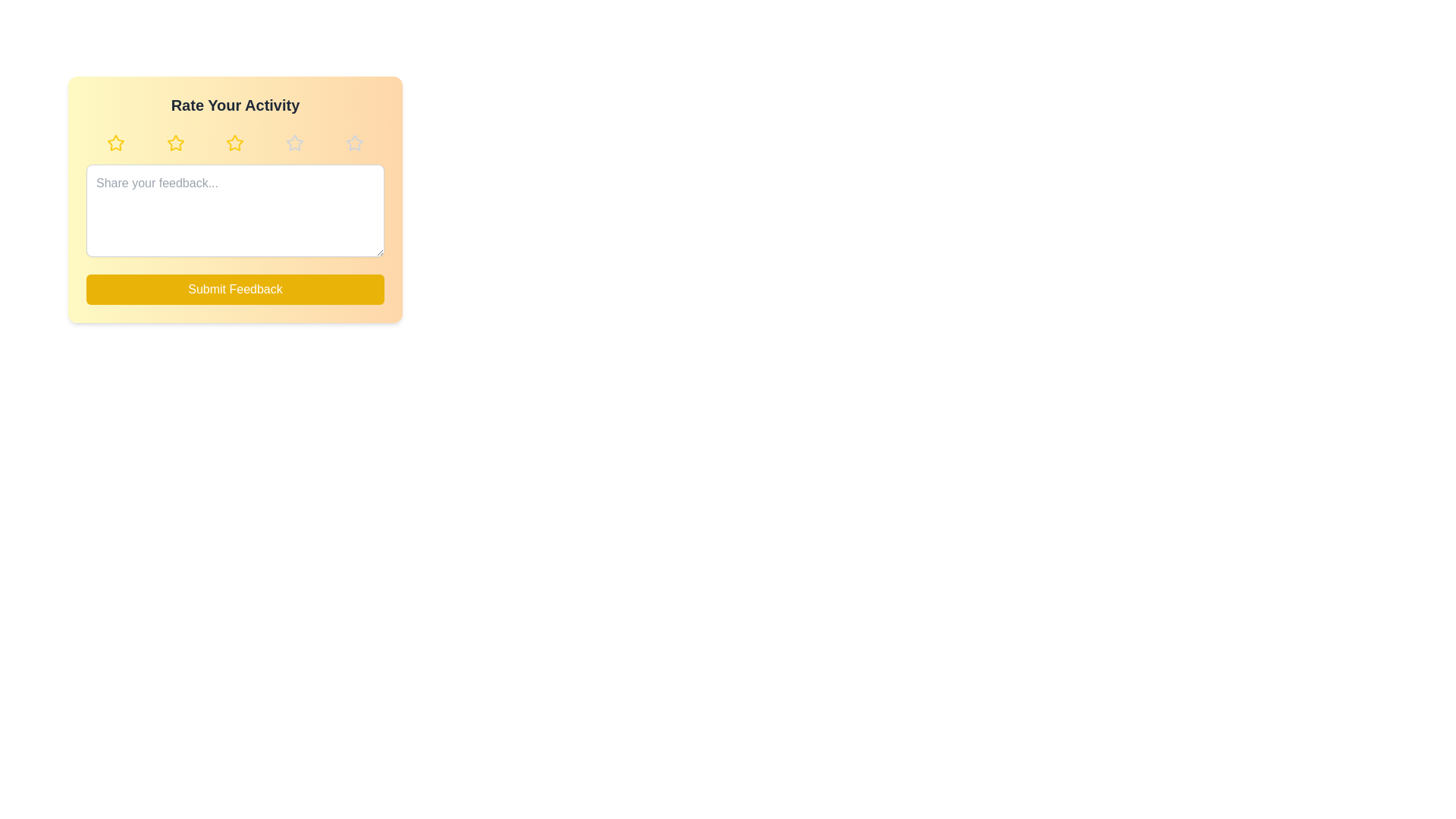 The height and width of the screenshot is (819, 1456). Describe the element at coordinates (175, 143) in the screenshot. I see `the rating to 2 stars by clicking the corresponding star` at that location.